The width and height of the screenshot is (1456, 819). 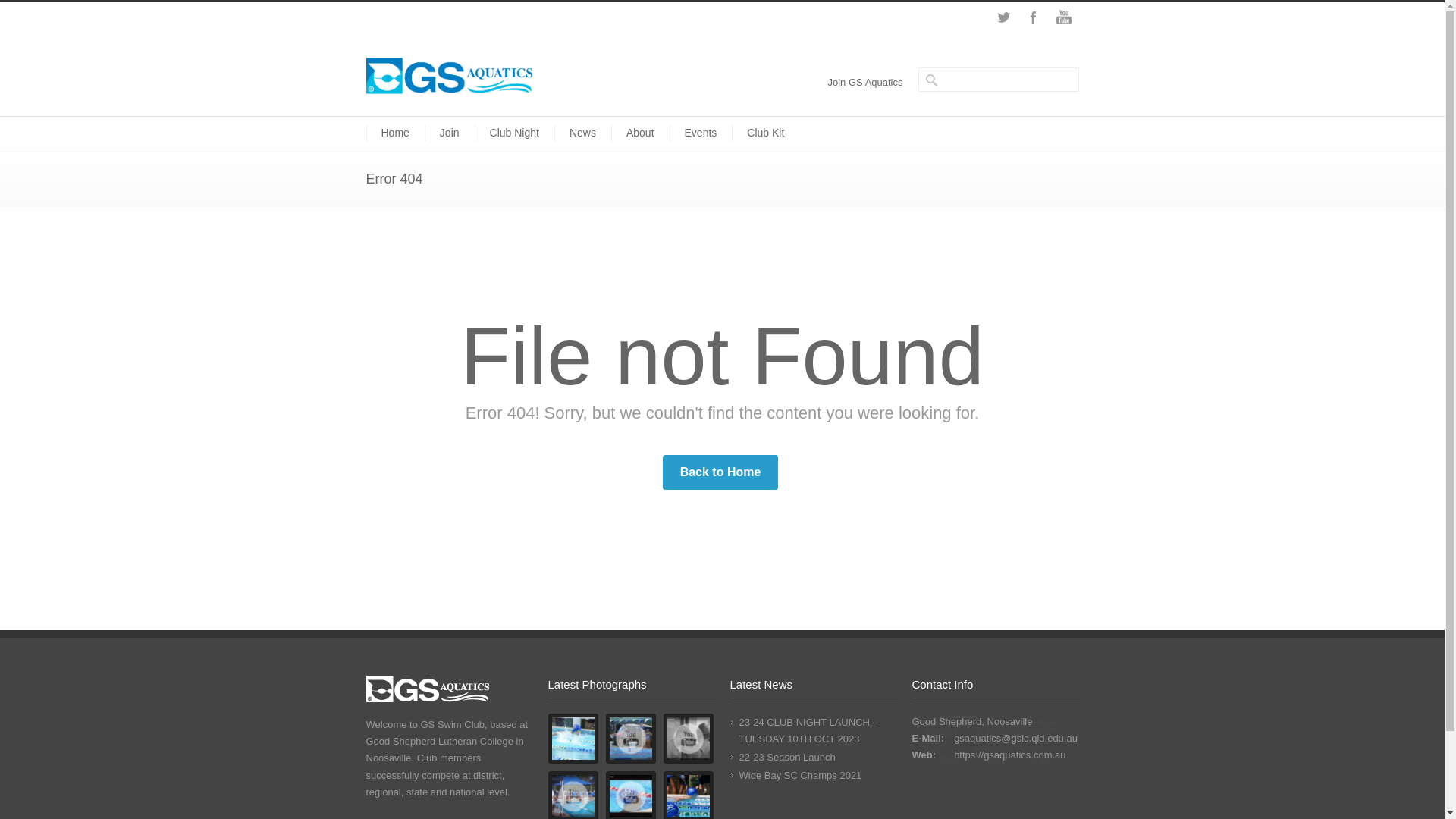 I want to click on 'Club Night', so click(x=514, y=131).